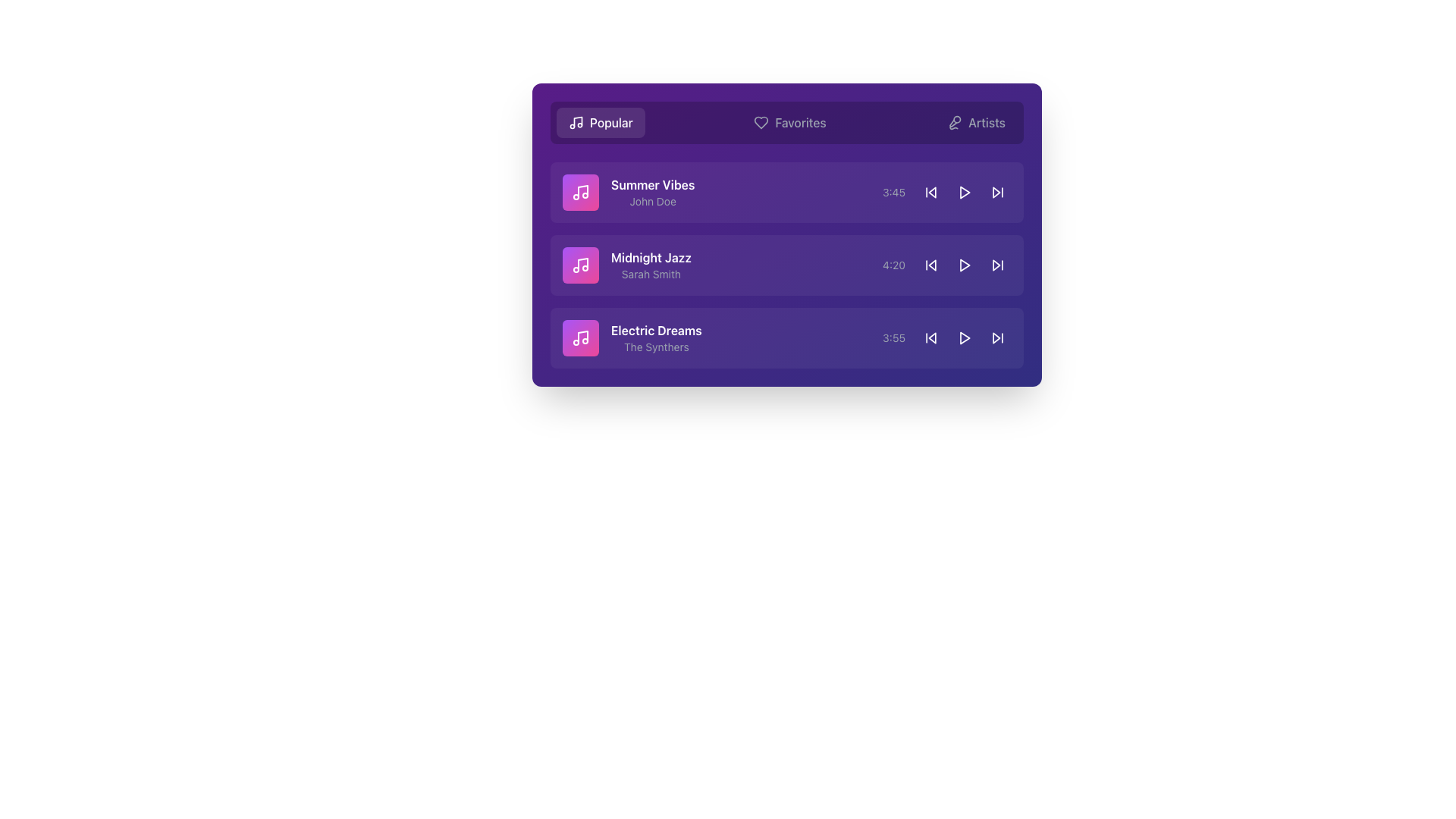  What do you see at coordinates (894, 265) in the screenshot?
I see `the text label displaying the duration of the track, which is the second one among similar duration labels, located to the right of the track entry titled 'Midnight Jazz'` at bounding box center [894, 265].